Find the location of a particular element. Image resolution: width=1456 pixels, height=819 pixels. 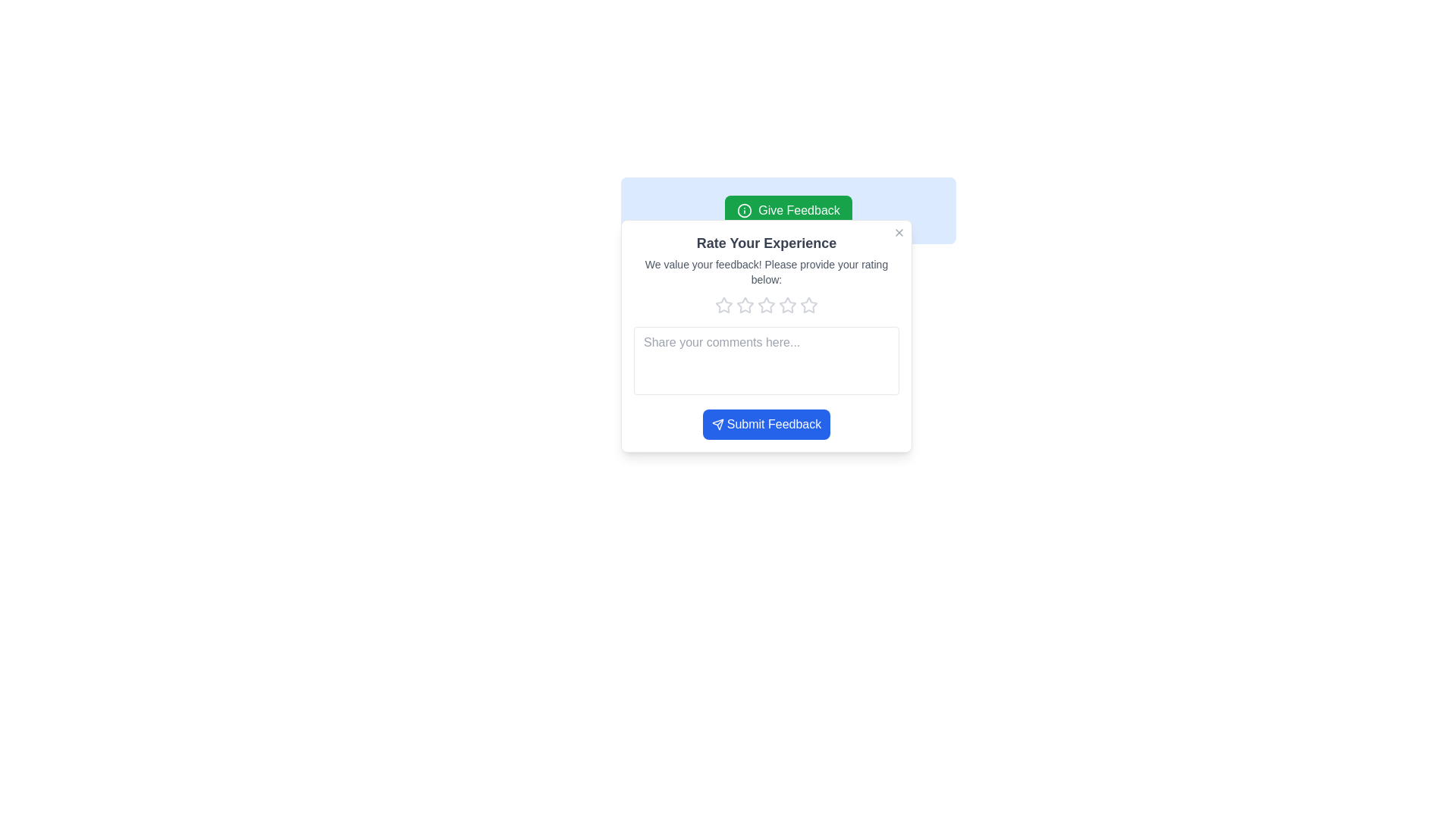

the textarea input field located centrally near the bottom of the feedback form, which is intended for users to write comments or additional feedback is located at coordinates (767, 360).